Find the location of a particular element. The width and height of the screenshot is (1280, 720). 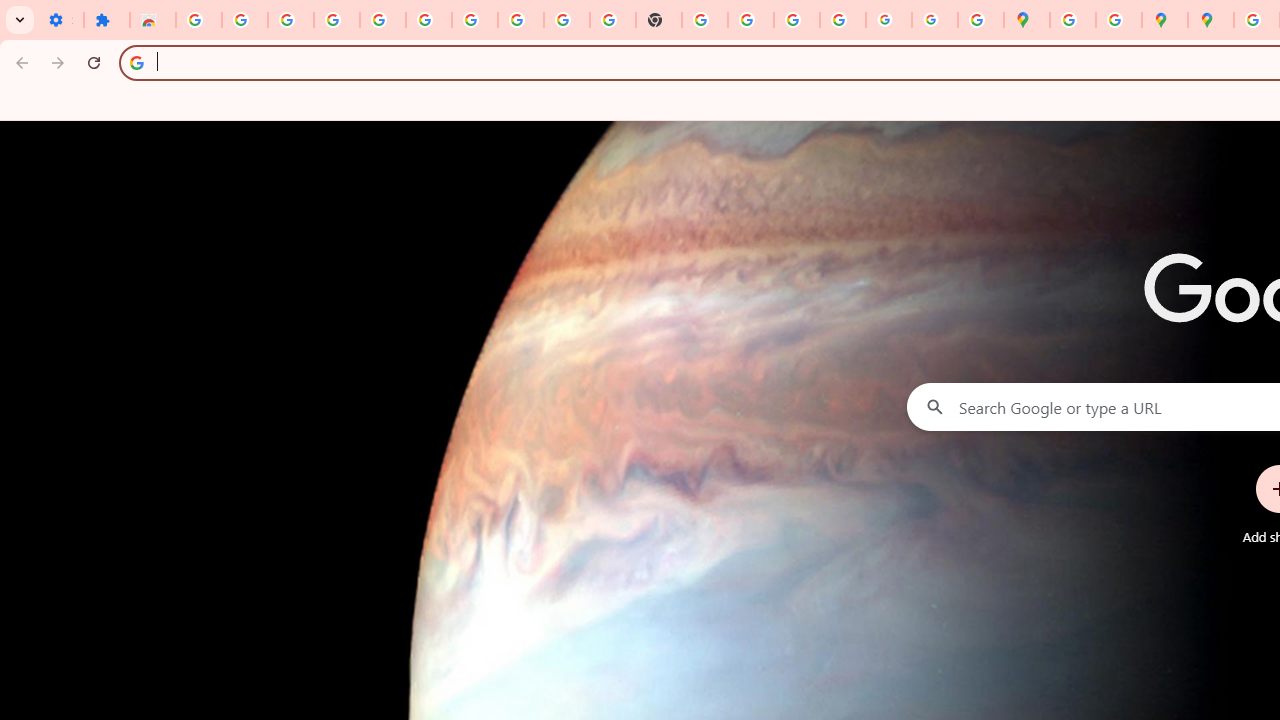

'Back' is located at coordinates (19, 61).